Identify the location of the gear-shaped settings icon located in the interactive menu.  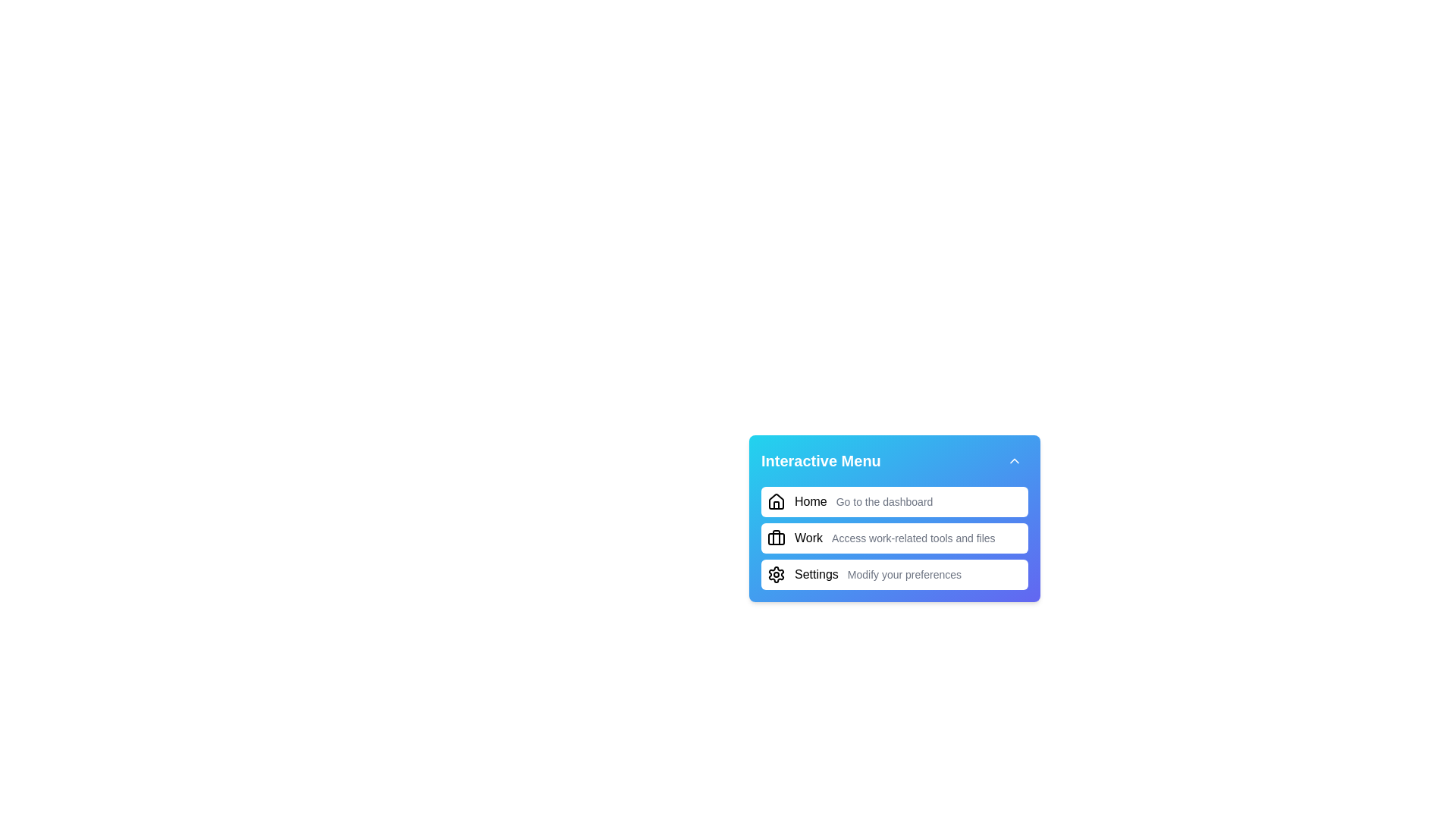
(776, 575).